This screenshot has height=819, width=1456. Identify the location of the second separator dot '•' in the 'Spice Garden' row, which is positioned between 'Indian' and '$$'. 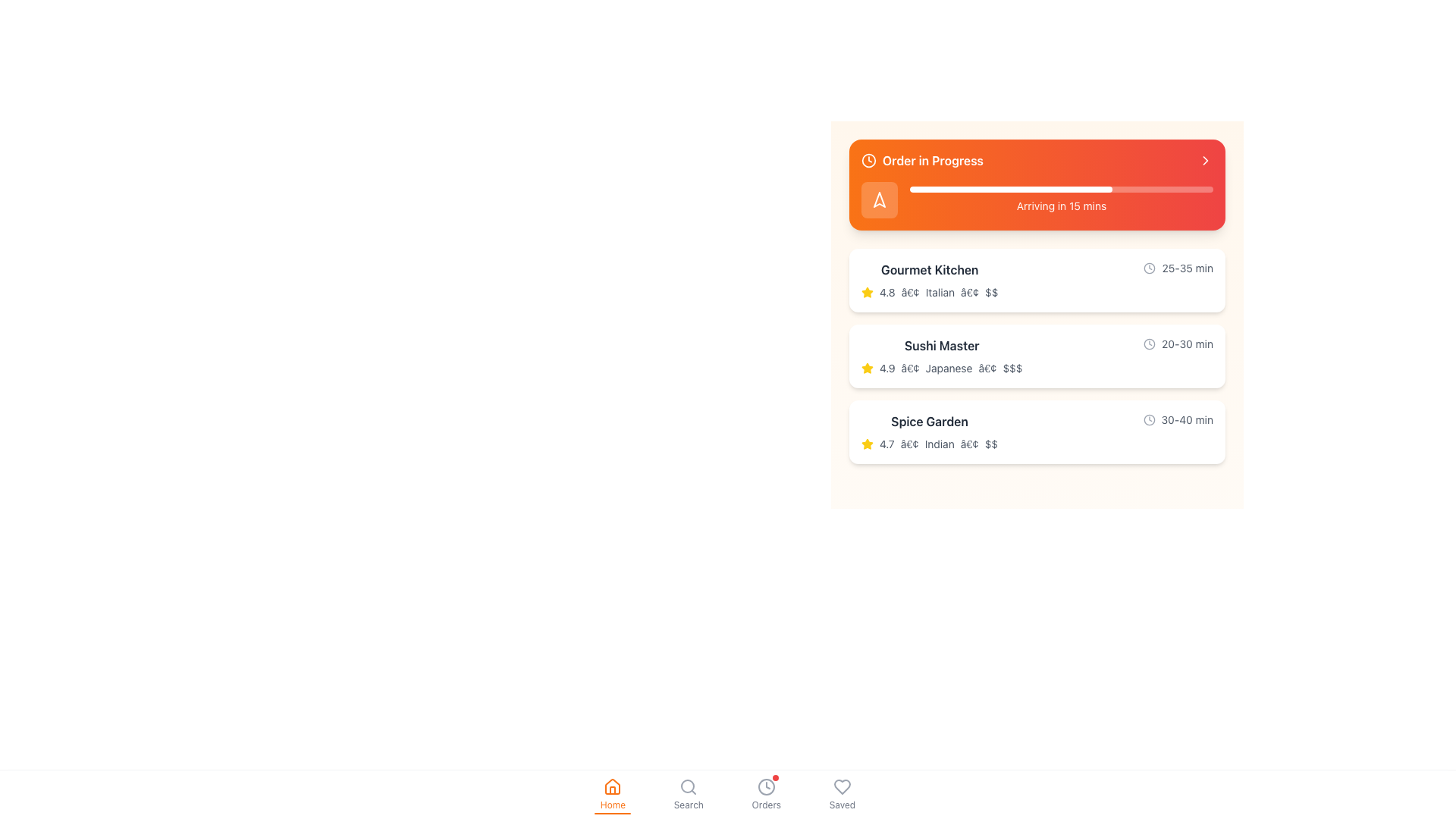
(909, 444).